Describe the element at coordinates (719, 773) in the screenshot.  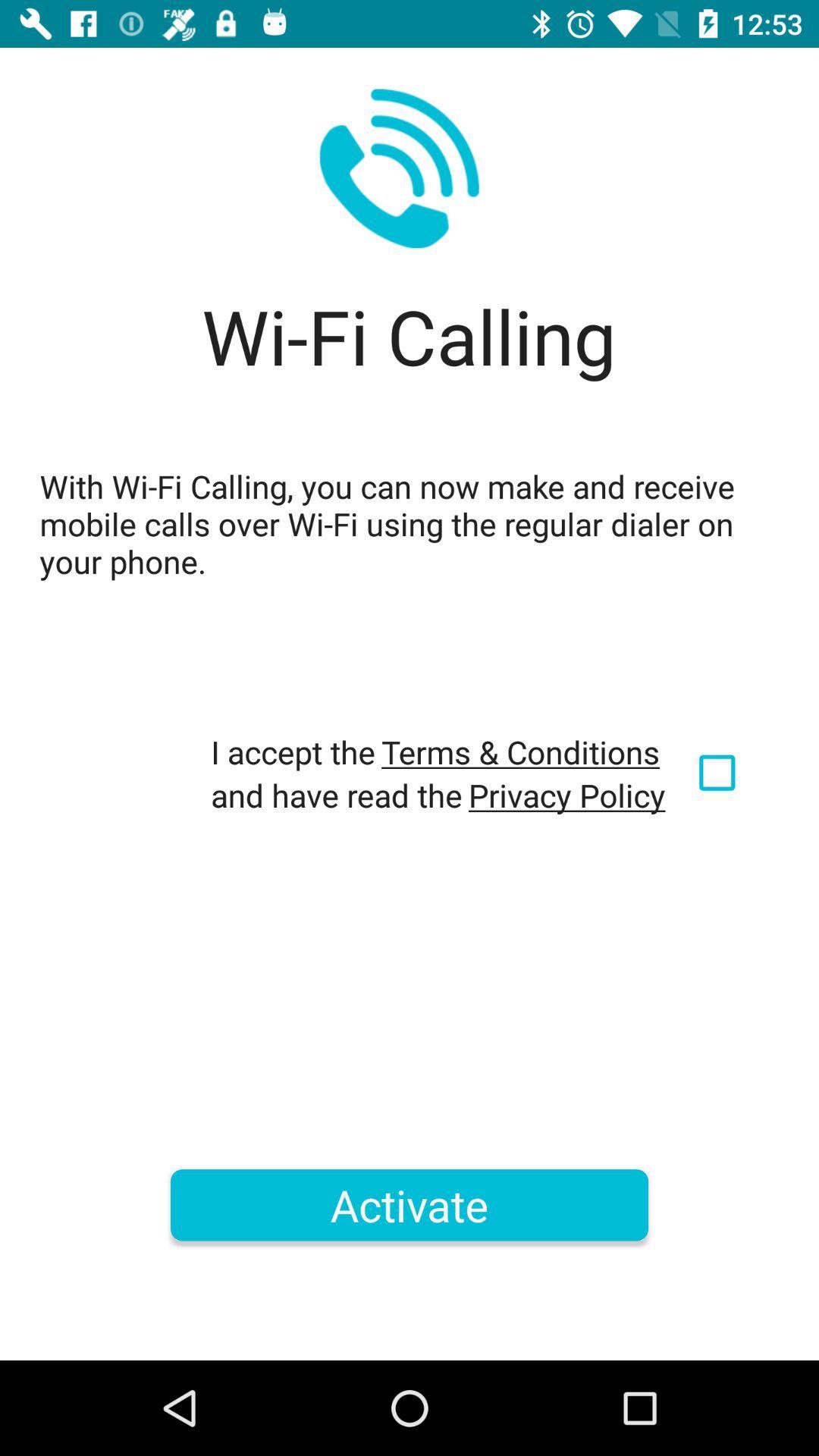
I see `item below the with wi fi icon` at that location.